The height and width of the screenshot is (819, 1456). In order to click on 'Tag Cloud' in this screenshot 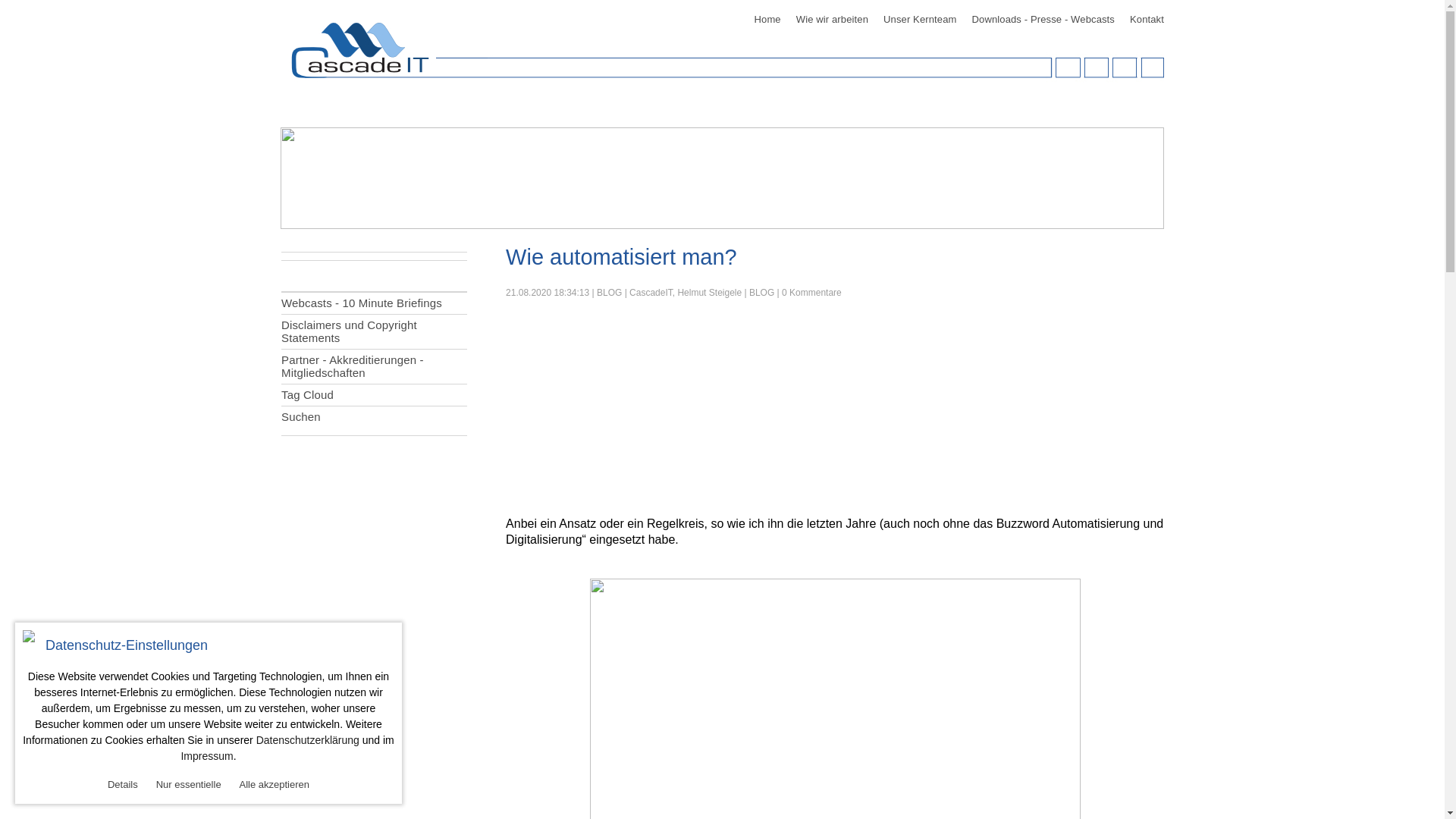, I will do `click(374, 394)`.